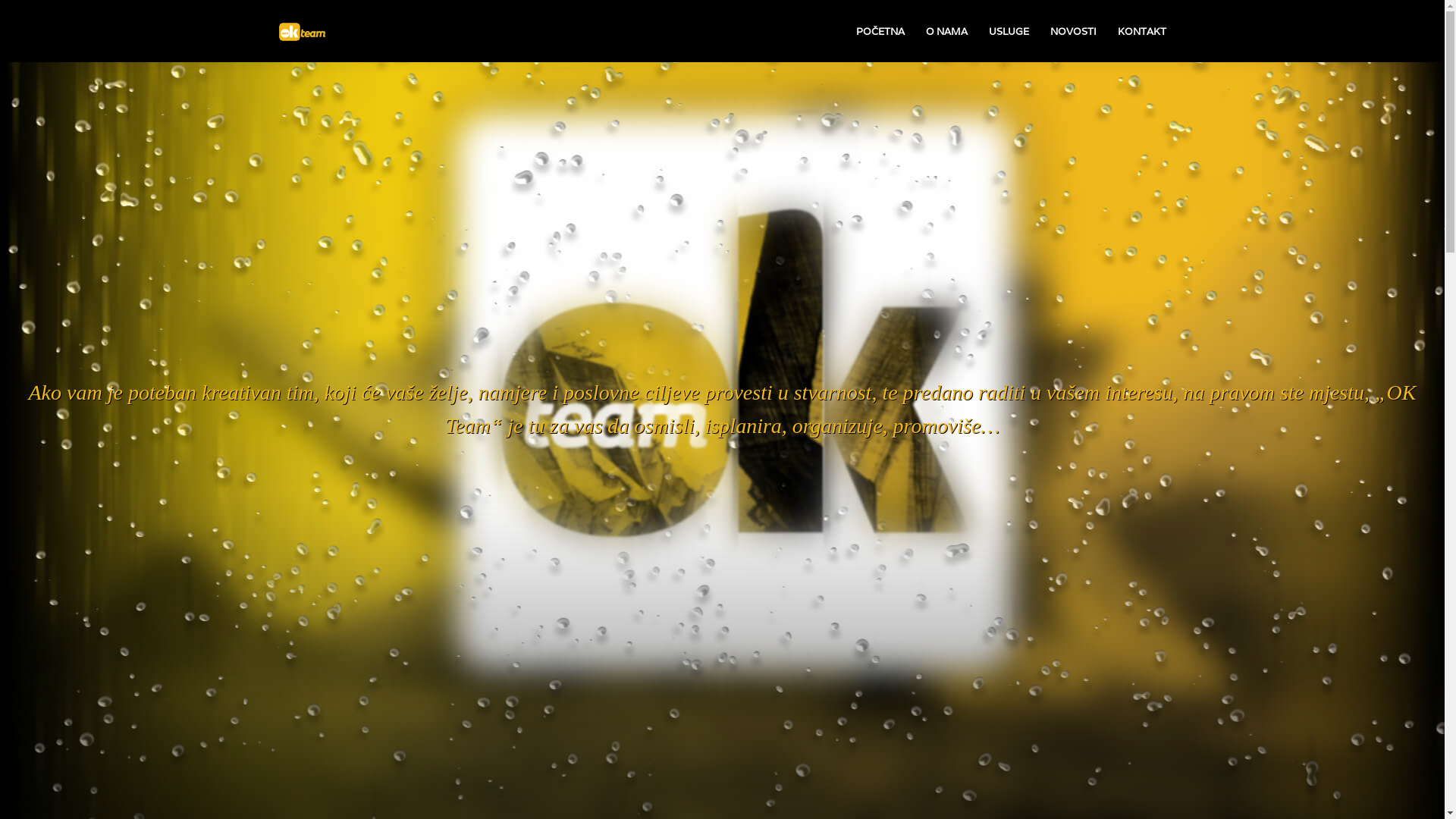  Describe the element at coordinates (945, 31) in the screenshot. I see `'O NAMA'` at that location.